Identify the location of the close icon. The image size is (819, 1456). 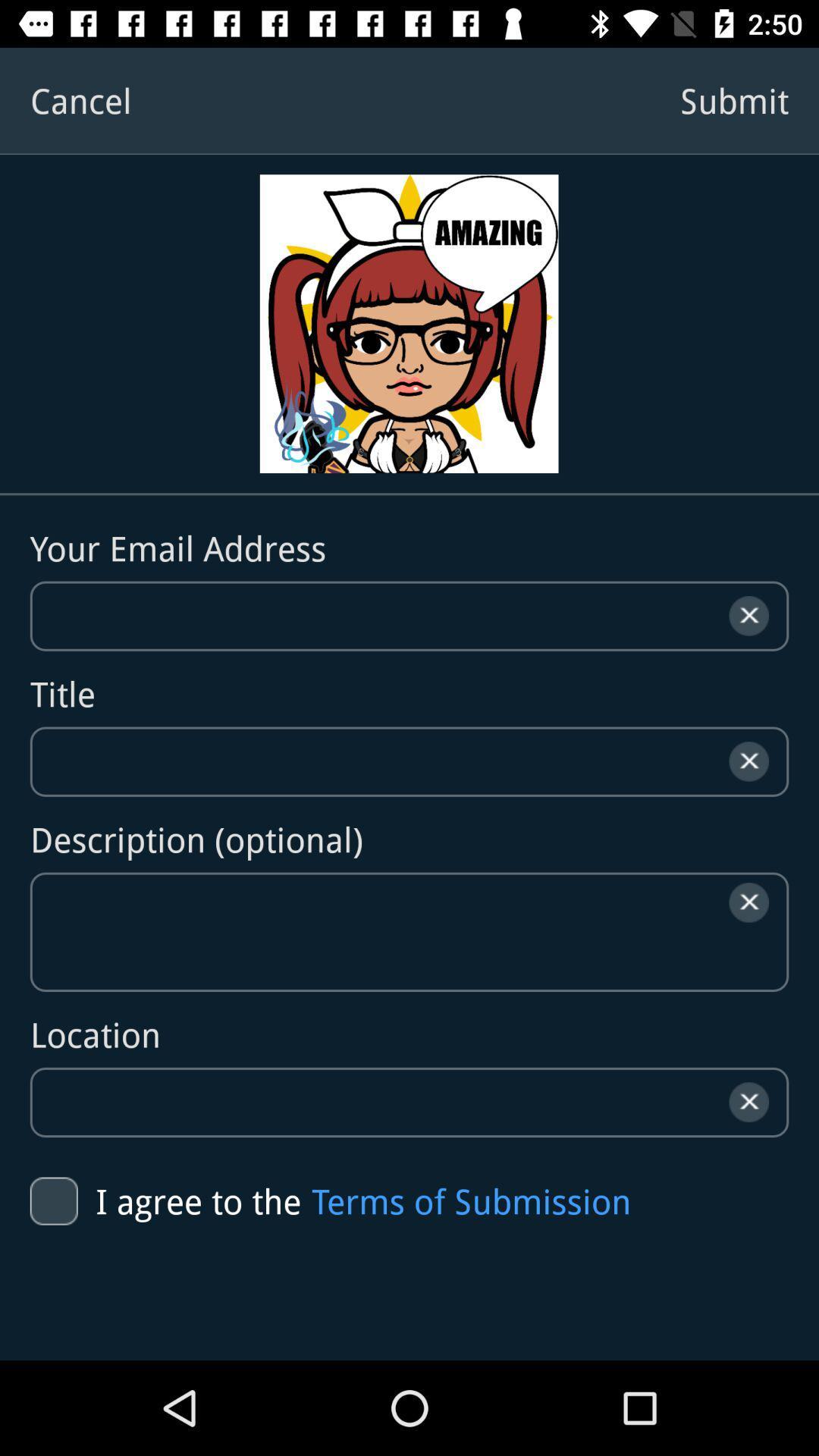
(748, 761).